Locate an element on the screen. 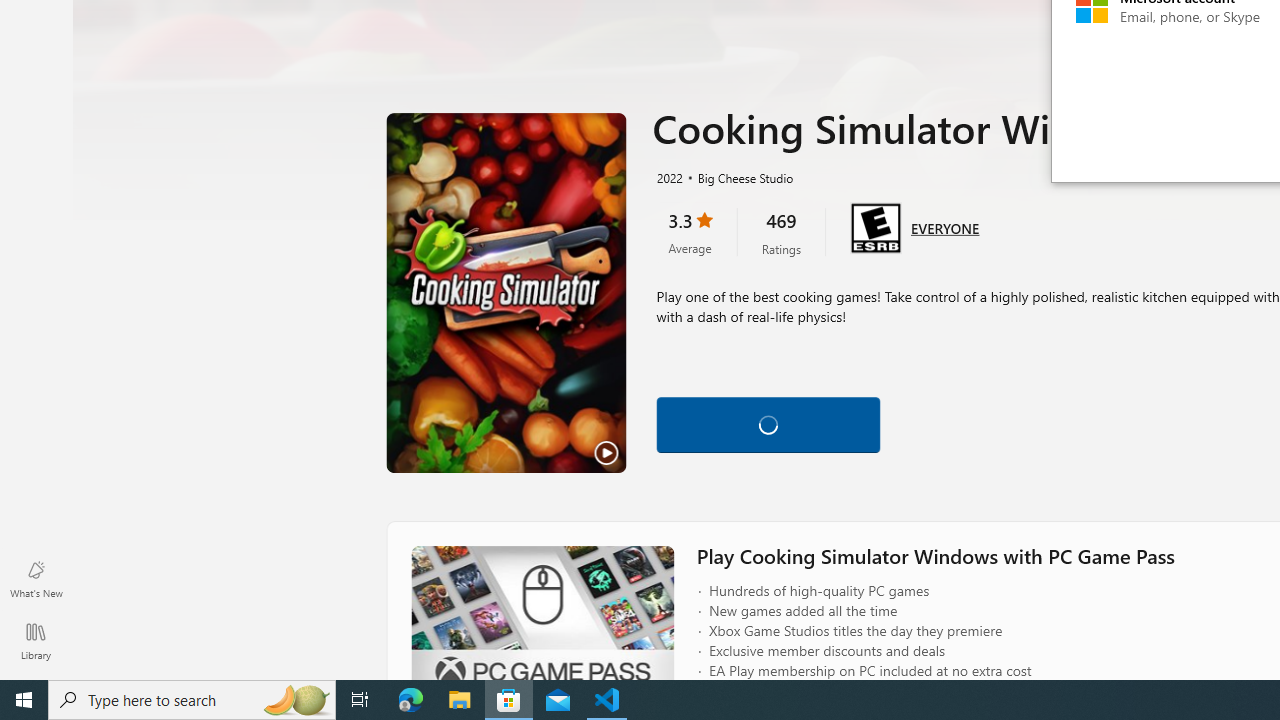 The height and width of the screenshot is (720, 1280). 'Library' is located at coordinates (35, 640).